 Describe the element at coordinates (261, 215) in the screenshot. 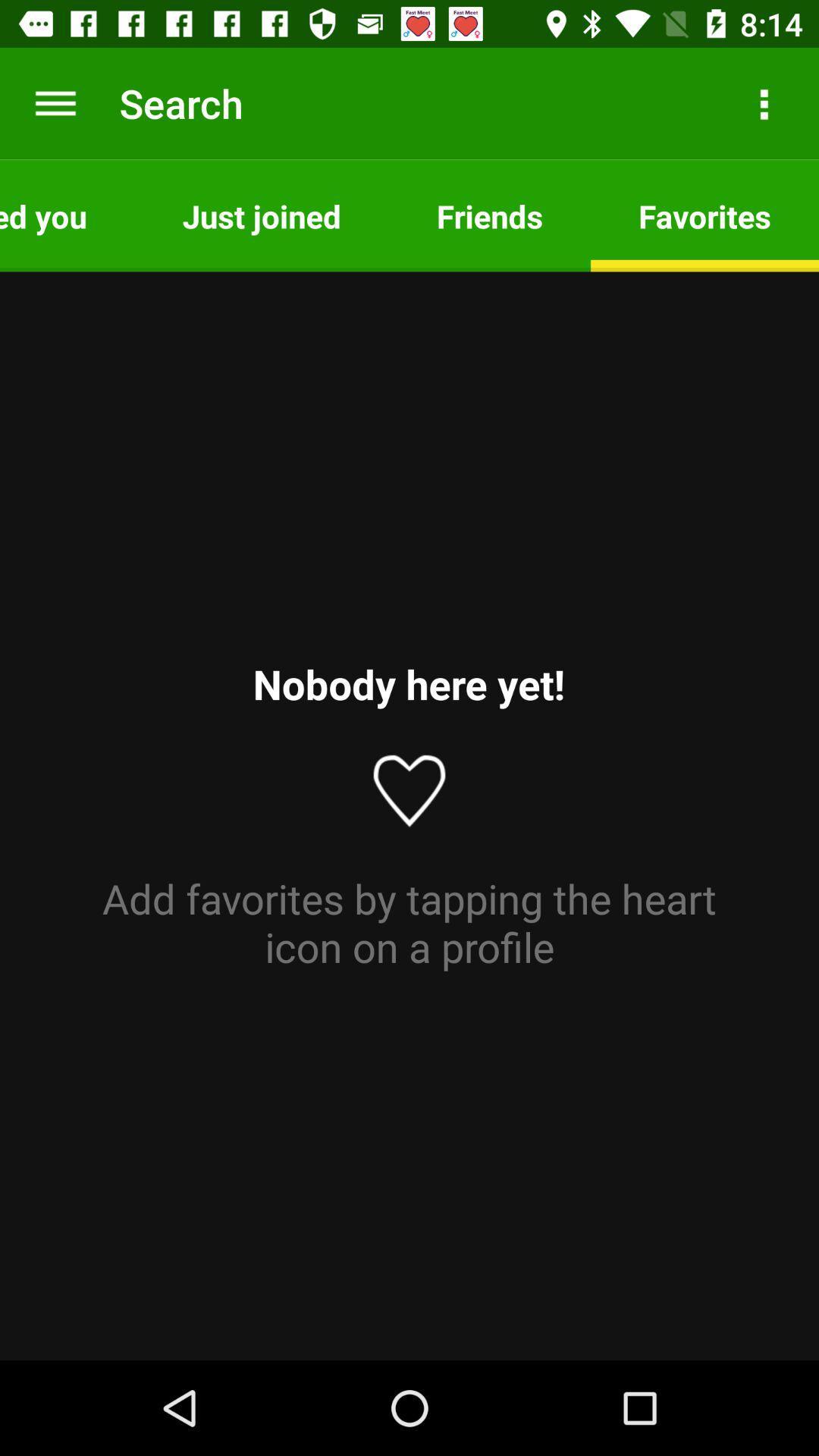

I see `the icon above the nobody here yet! app` at that location.